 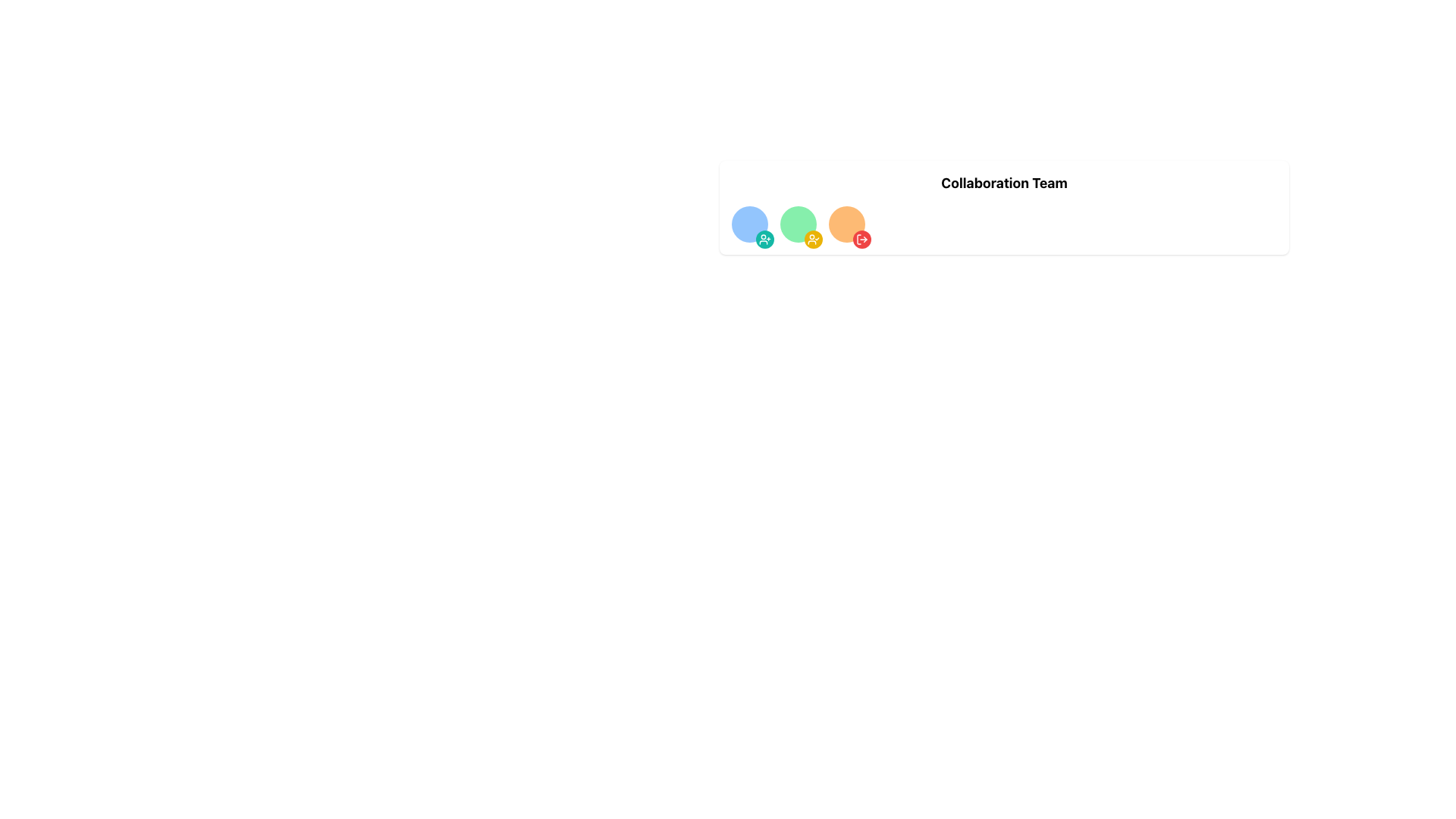 What do you see at coordinates (846, 224) in the screenshot?
I see `the circular log-out icon with a red badge, positioned as the fourth icon from the left, to log out or trigger a related action` at bounding box center [846, 224].